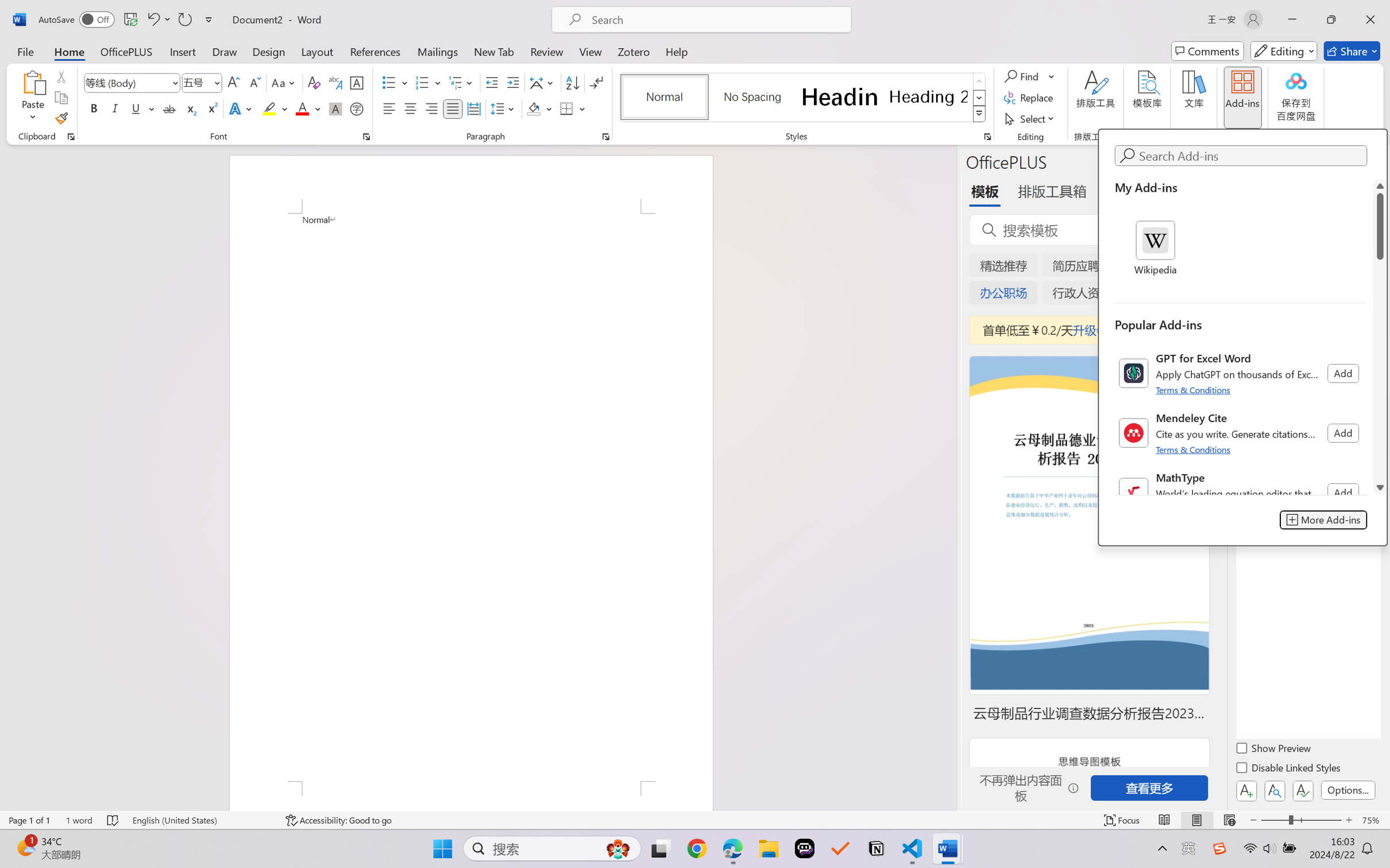 This screenshot has height=868, width=1390. Describe the element at coordinates (1122, 820) in the screenshot. I see `'Focus '` at that location.